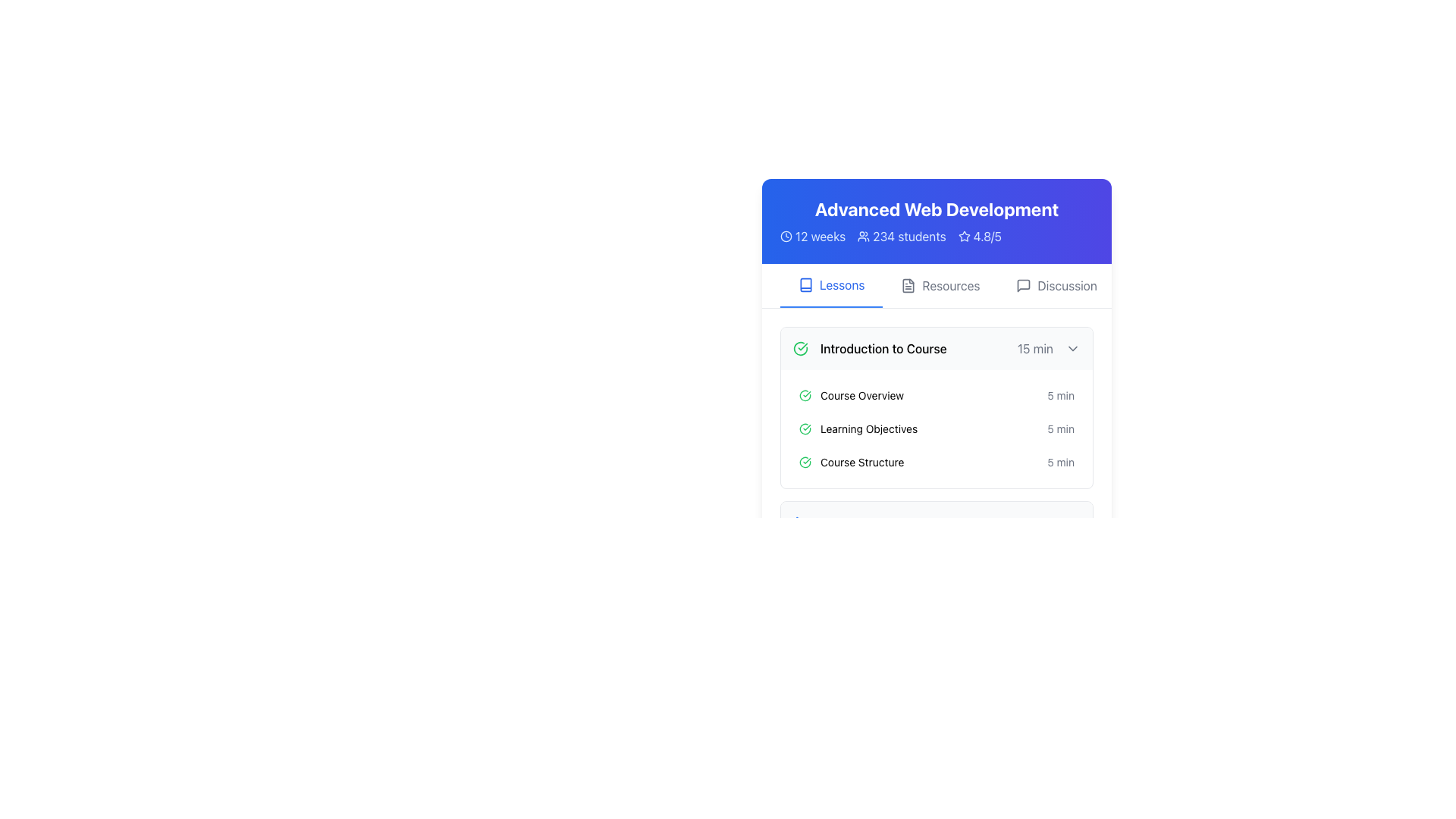 The height and width of the screenshot is (819, 1456). I want to click on the topmost selectable list item labeled 'Introduction to Course', so click(936, 348).